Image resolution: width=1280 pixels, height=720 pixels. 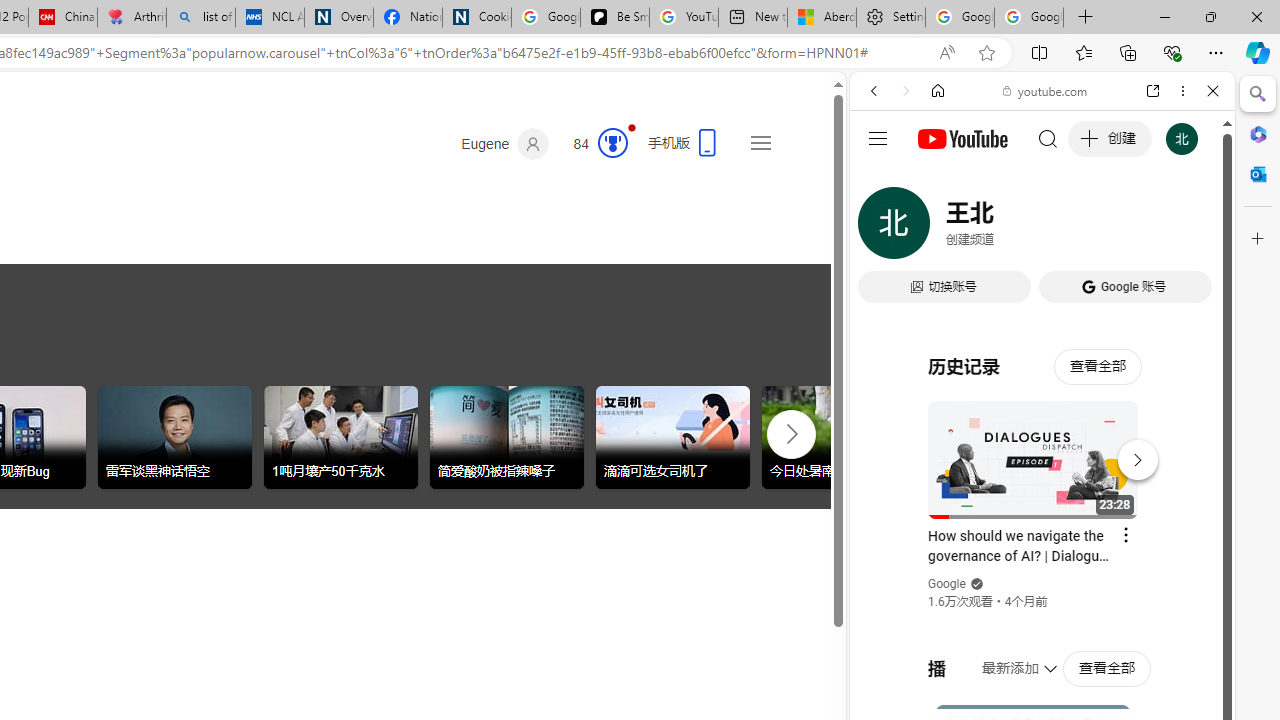 I want to click on 'AutomationID: rh_meter', so click(x=612, y=141).